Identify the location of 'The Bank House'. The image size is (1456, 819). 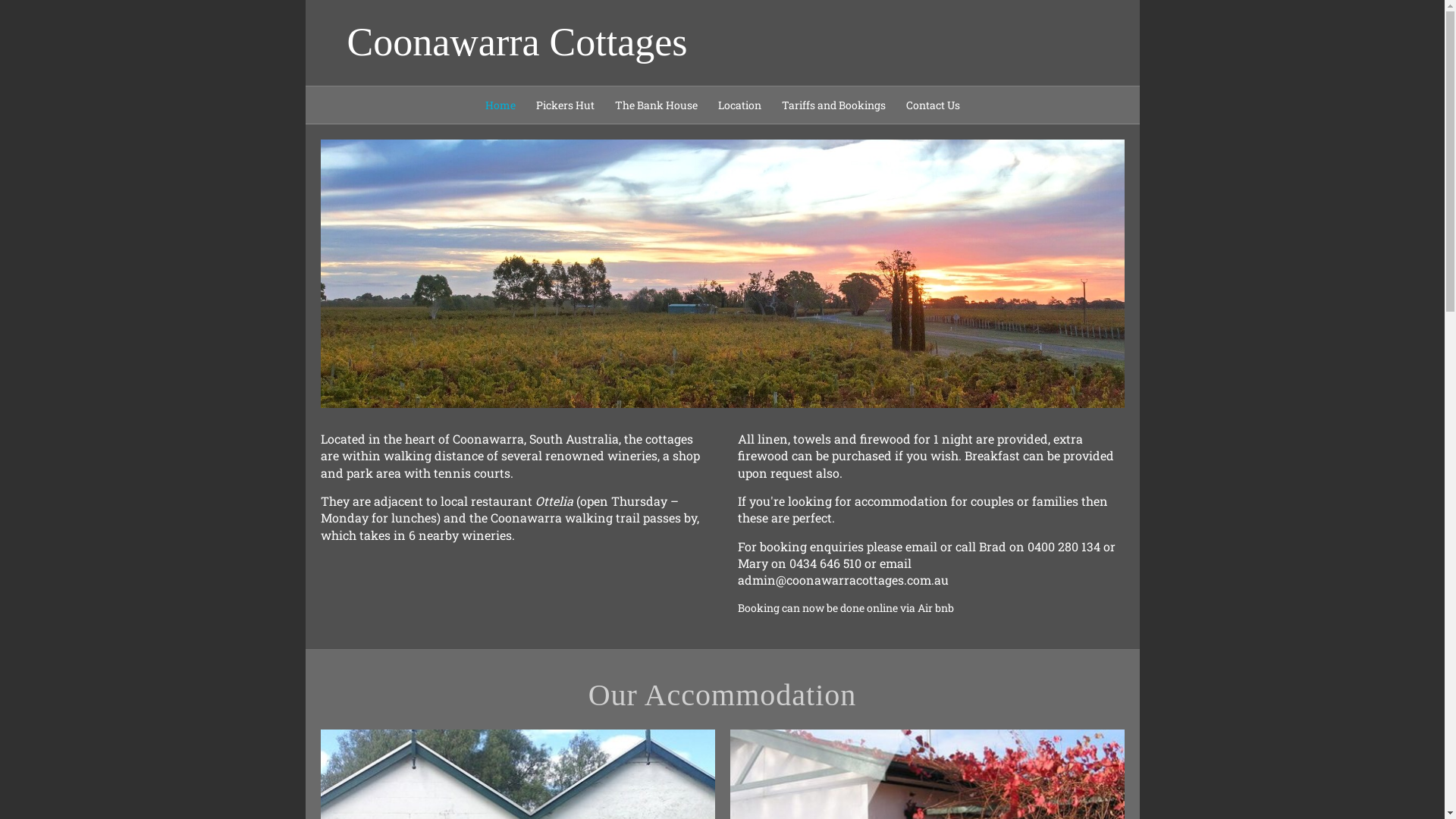
(655, 104).